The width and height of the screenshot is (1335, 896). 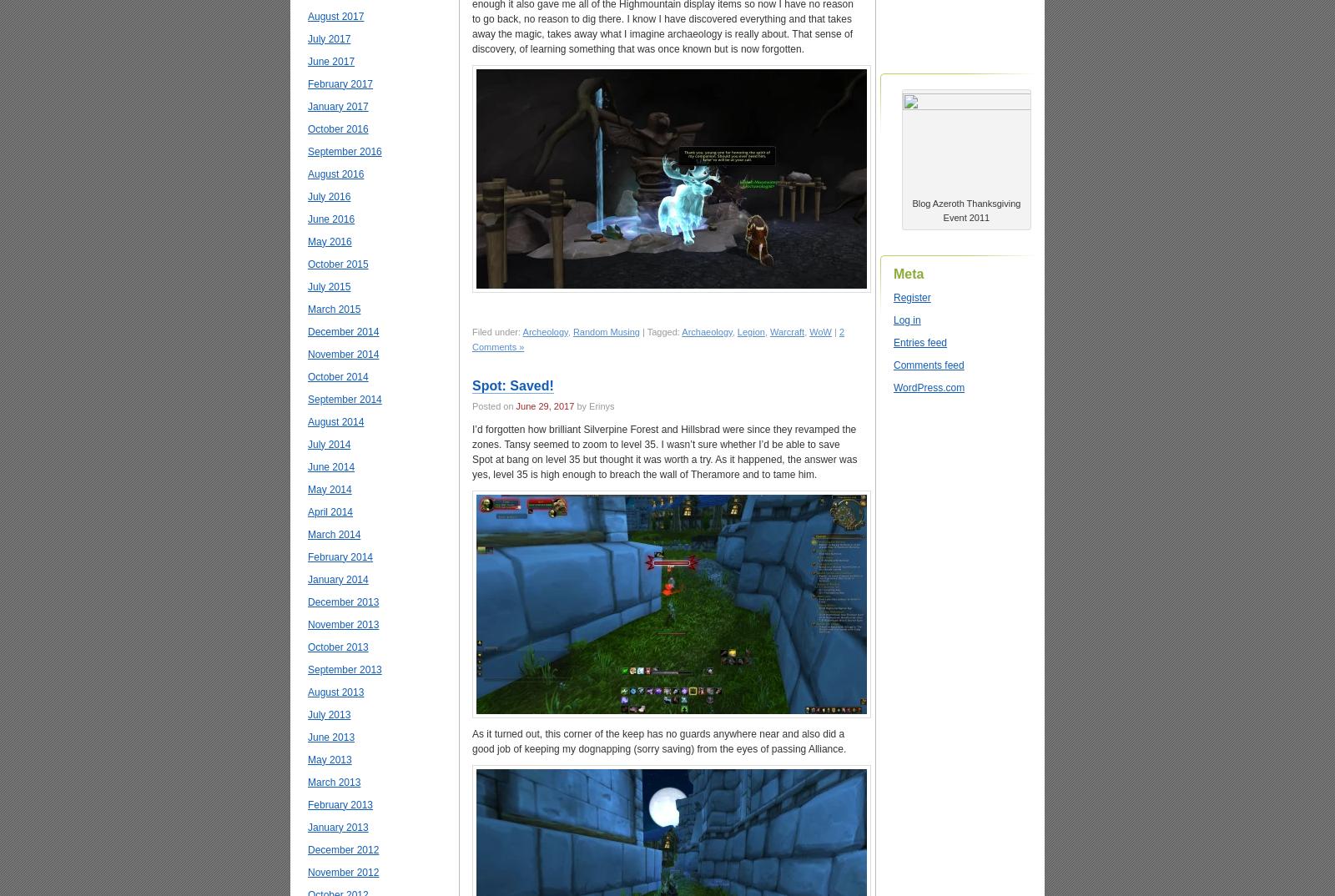 I want to click on 'February 2014', so click(x=340, y=555).